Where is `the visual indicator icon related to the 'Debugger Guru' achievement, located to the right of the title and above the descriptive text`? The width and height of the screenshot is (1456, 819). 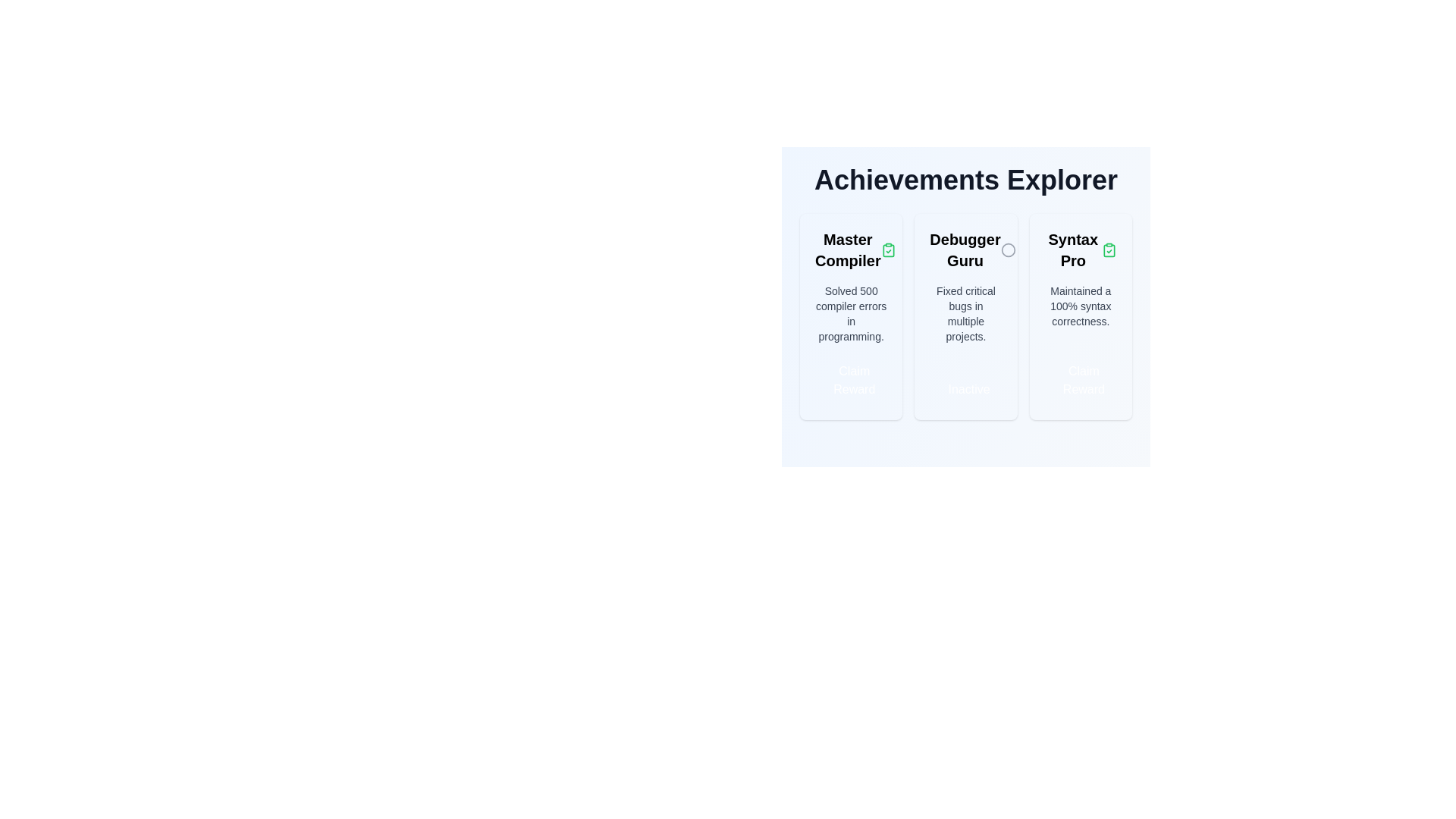
the visual indicator icon related to the 'Debugger Guru' achievement, located to the right of the title and above the descriptive text is located at coordinates (1008, 249).